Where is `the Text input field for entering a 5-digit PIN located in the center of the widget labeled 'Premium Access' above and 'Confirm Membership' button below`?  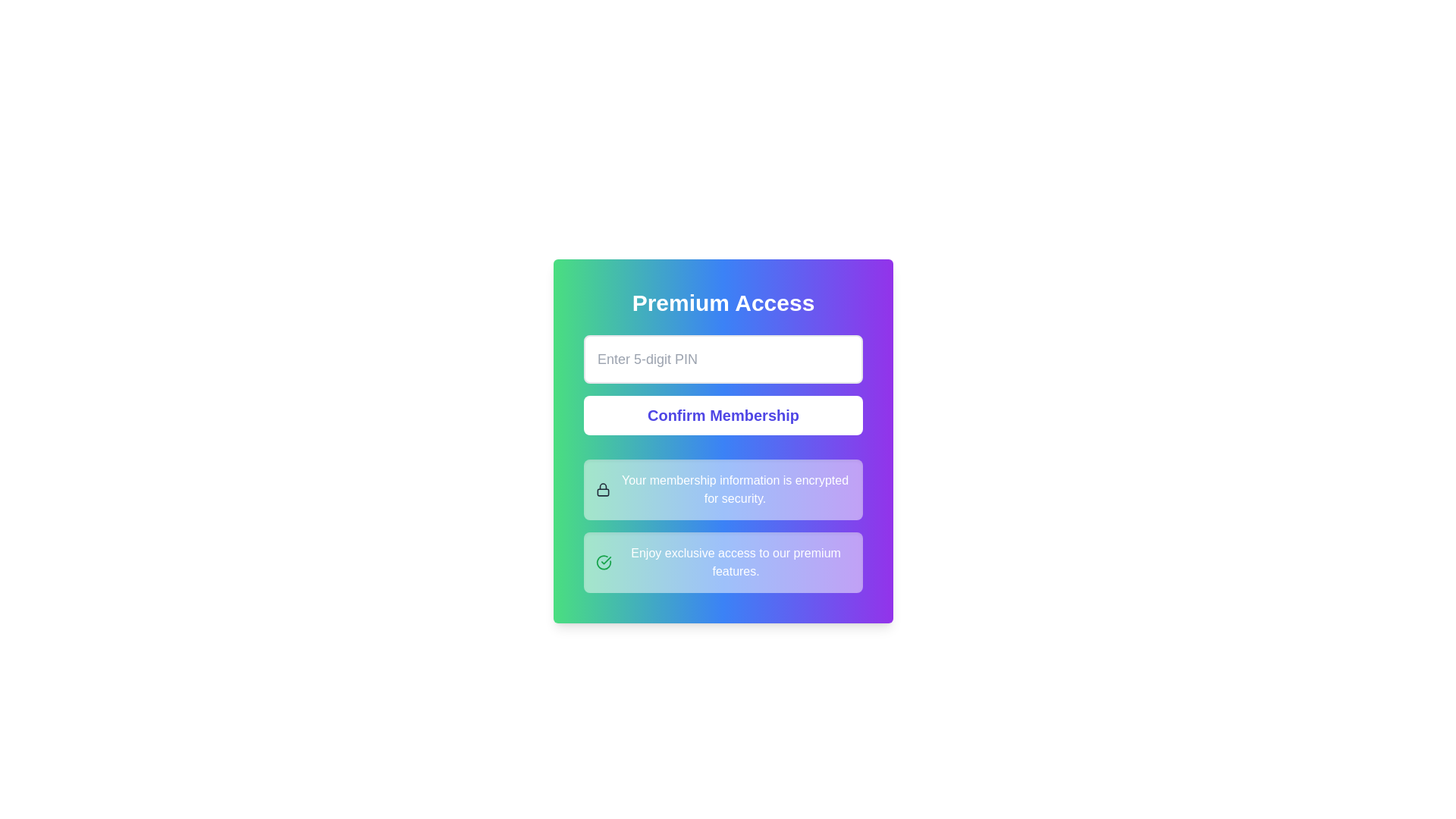 the Text input field for entering a 5-digit PIN located in the center of the widget labeled 'Premium Access' above and 'Confirm Membership' button below is located at coordinates (723, 359).